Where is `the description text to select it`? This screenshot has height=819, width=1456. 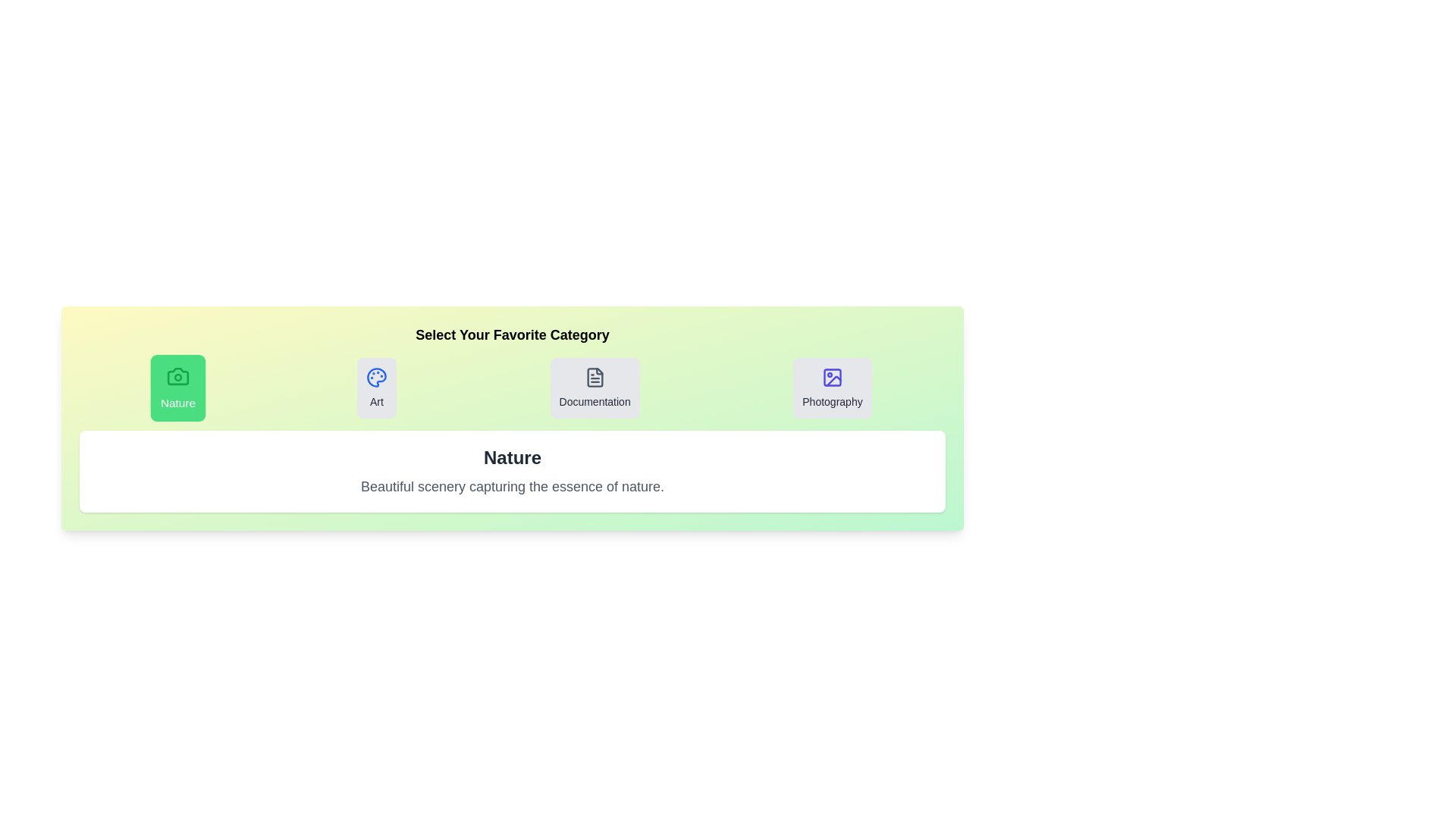 the description text to select it is located at coordinates (513, 486).